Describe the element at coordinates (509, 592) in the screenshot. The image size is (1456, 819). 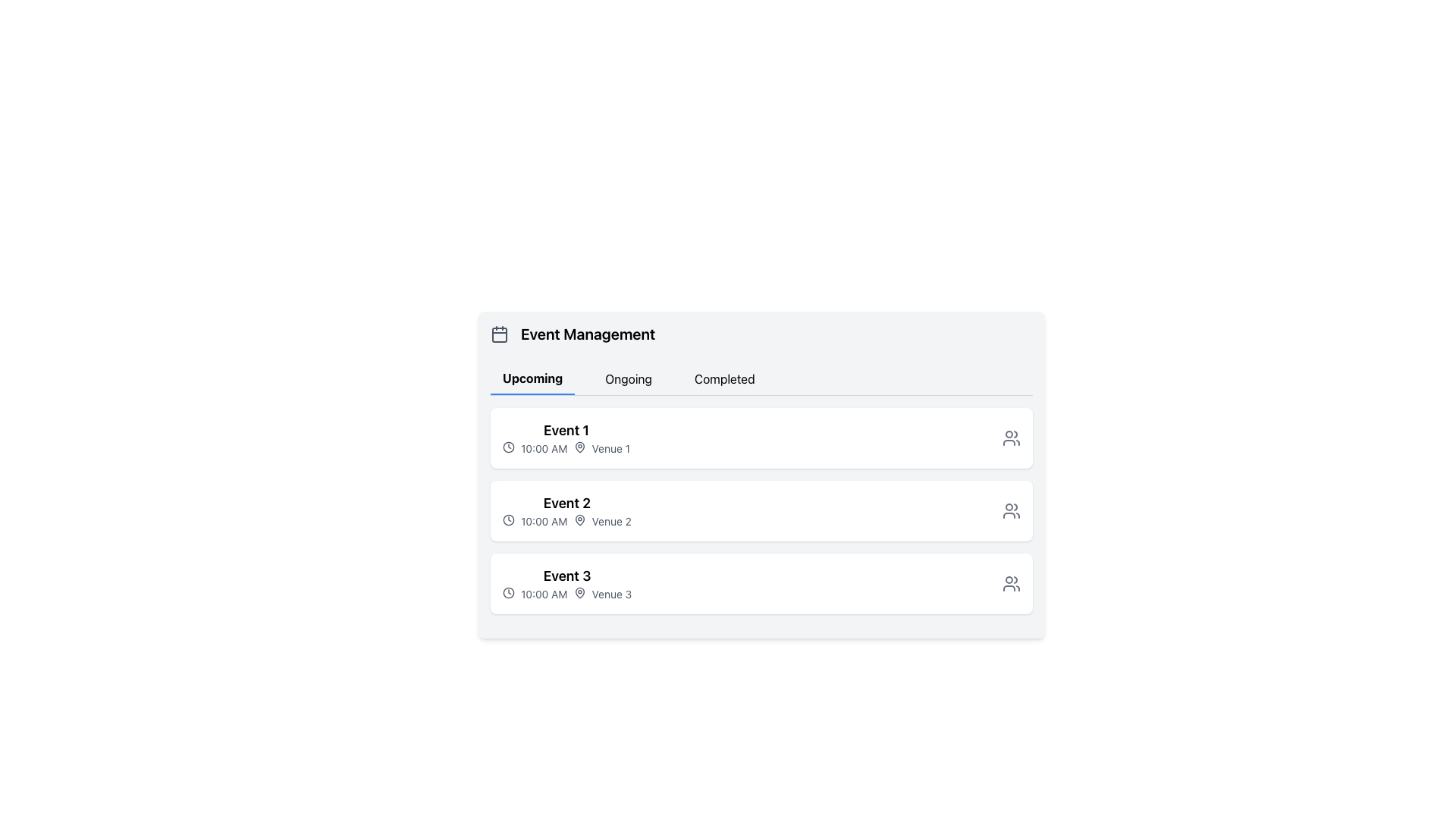
I see `the circular outline of the clock icon next to 'Event 3' in the third event row of the 'Upcoming' tab in the 'Event Management' interface` at that location.